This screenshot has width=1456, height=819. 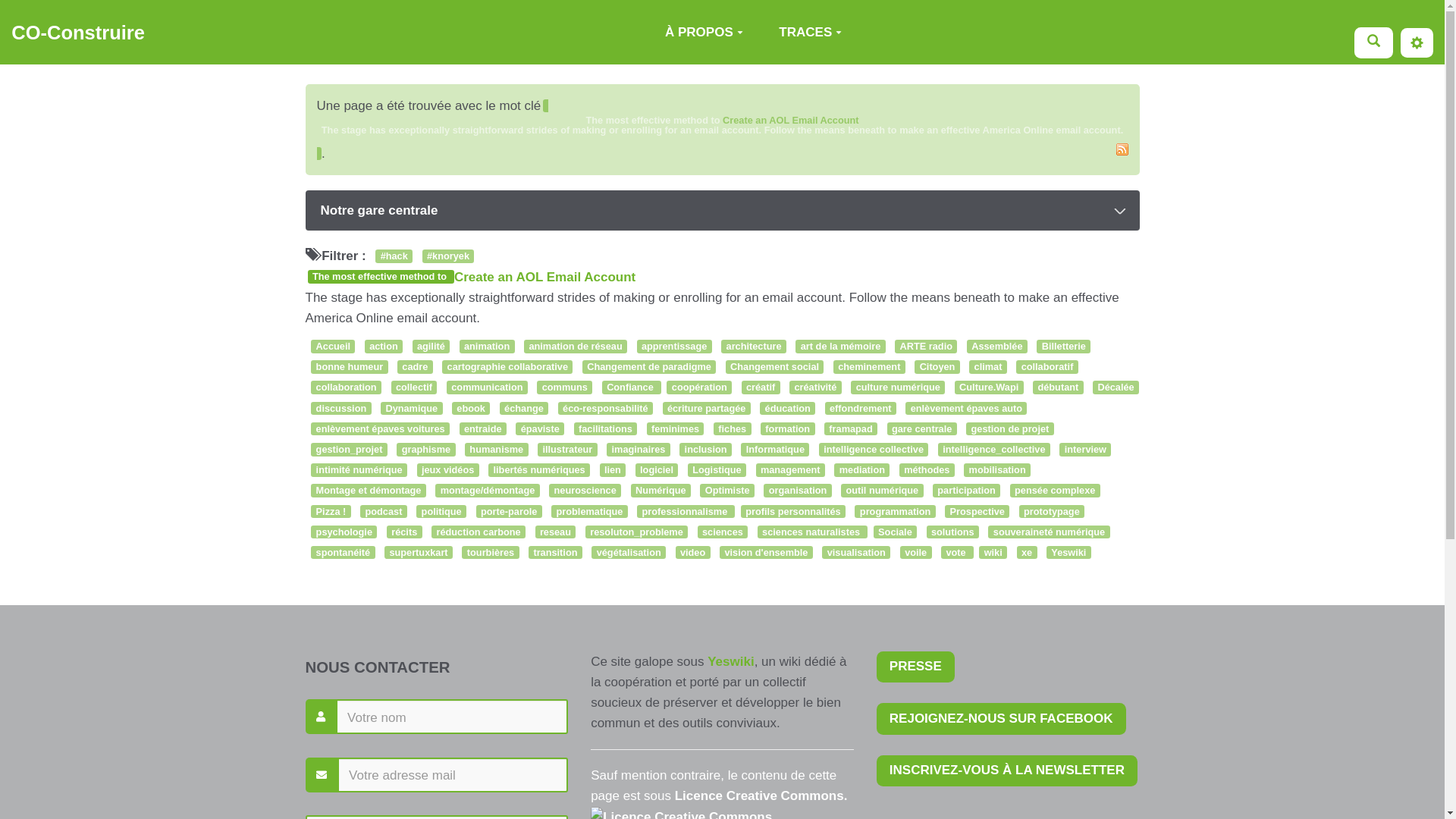 What do you see at coordinates (993, 449) in the screenshot?
I see `'intelligence_collective'` at bounding box center [993, 449].